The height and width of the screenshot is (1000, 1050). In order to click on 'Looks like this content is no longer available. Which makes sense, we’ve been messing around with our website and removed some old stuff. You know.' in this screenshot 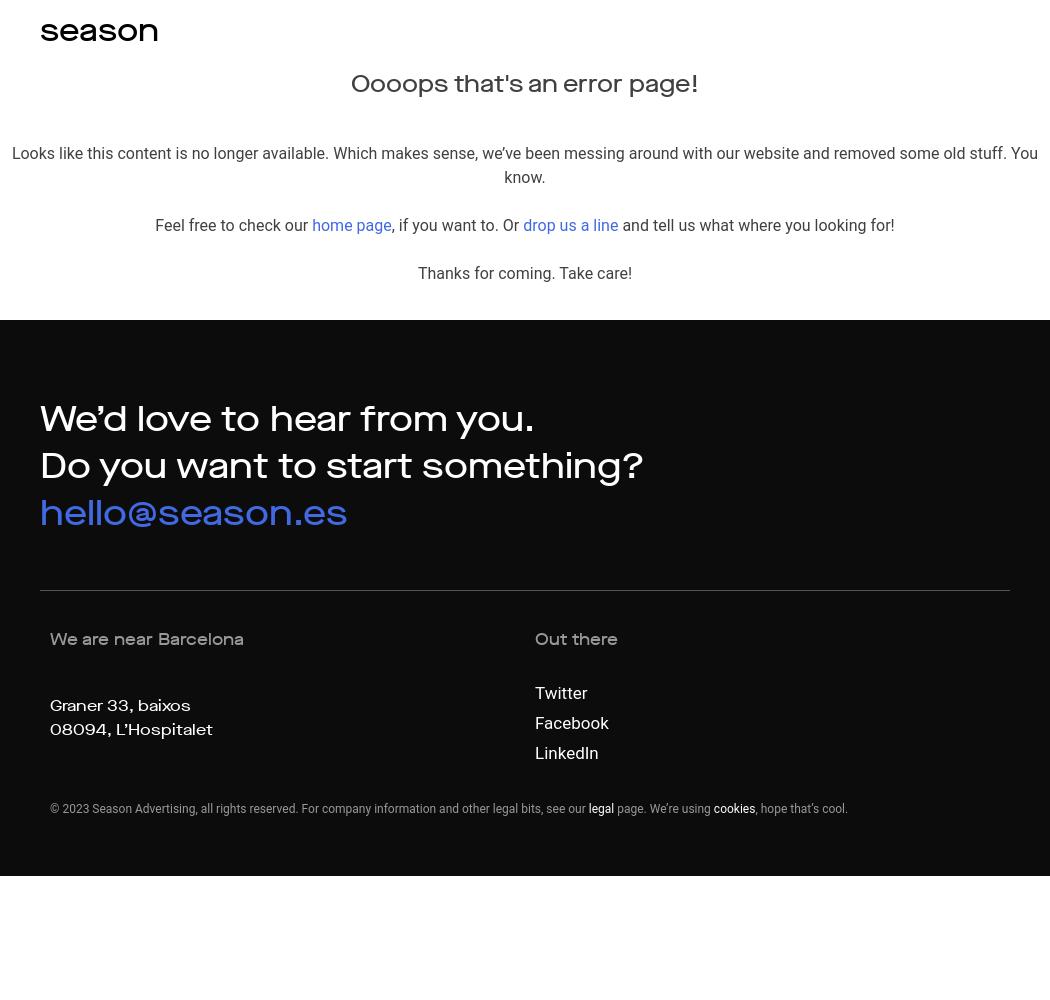, I will do `click(523, 165)`.